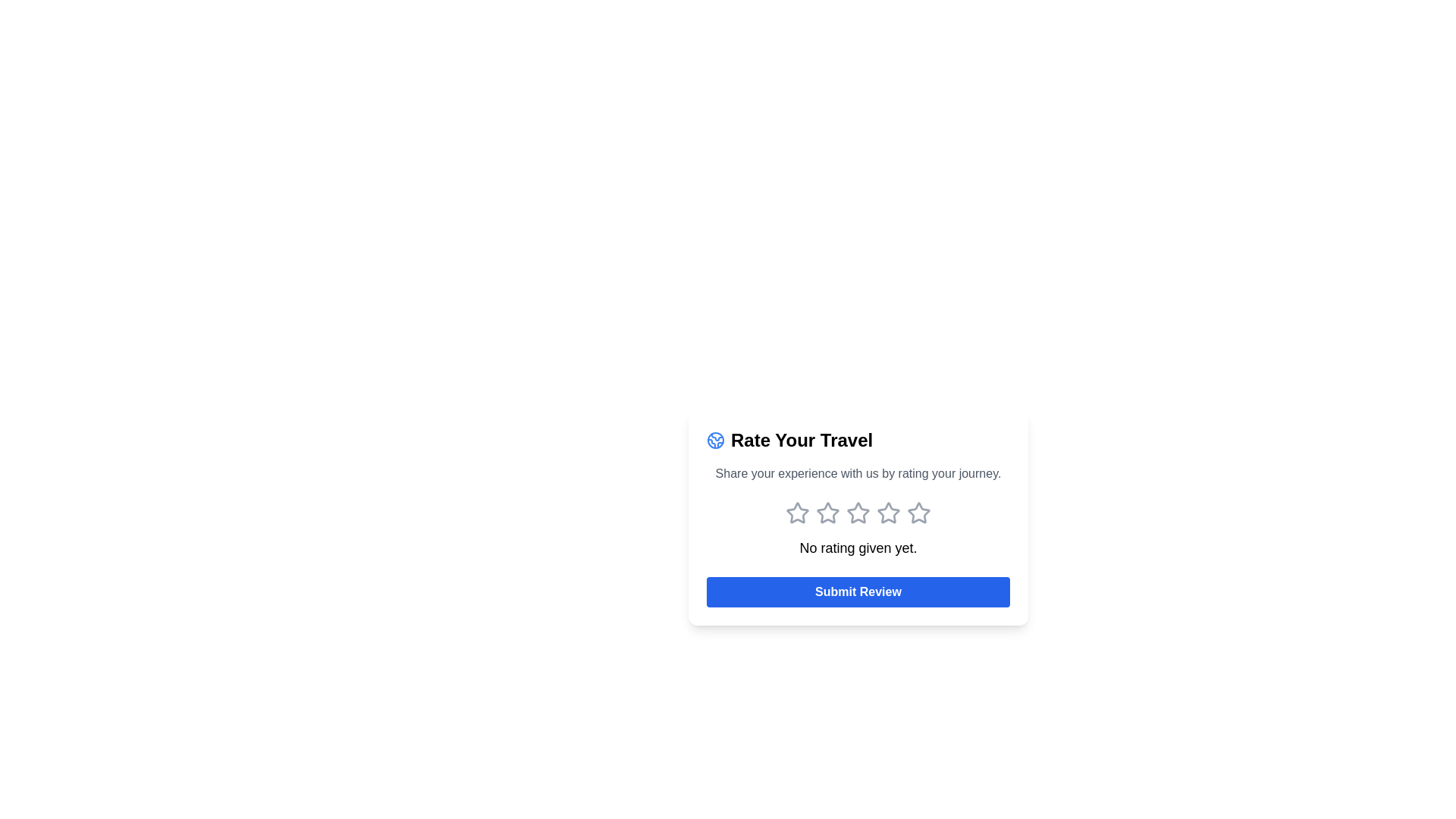  Describe the element at coordinates (858, 513) in the screenshot. I see `the third star in the sequence of five stars in the 'Rate Your Travel' rating form to assign a 3-star rating` at that location.